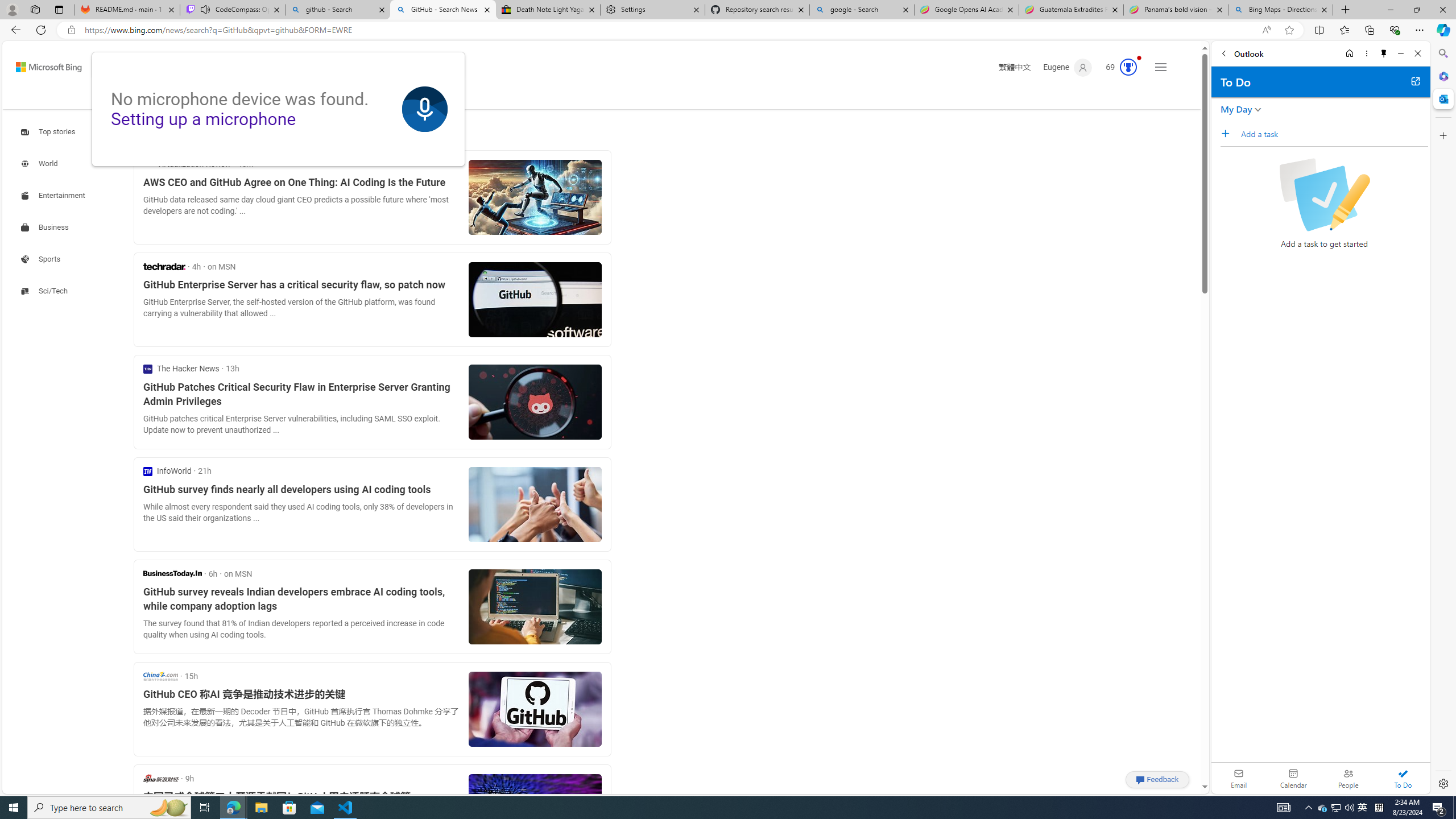  Describe the element at coordinates (1403, 777) in the screenshot. I see `'To Do'` at that location.